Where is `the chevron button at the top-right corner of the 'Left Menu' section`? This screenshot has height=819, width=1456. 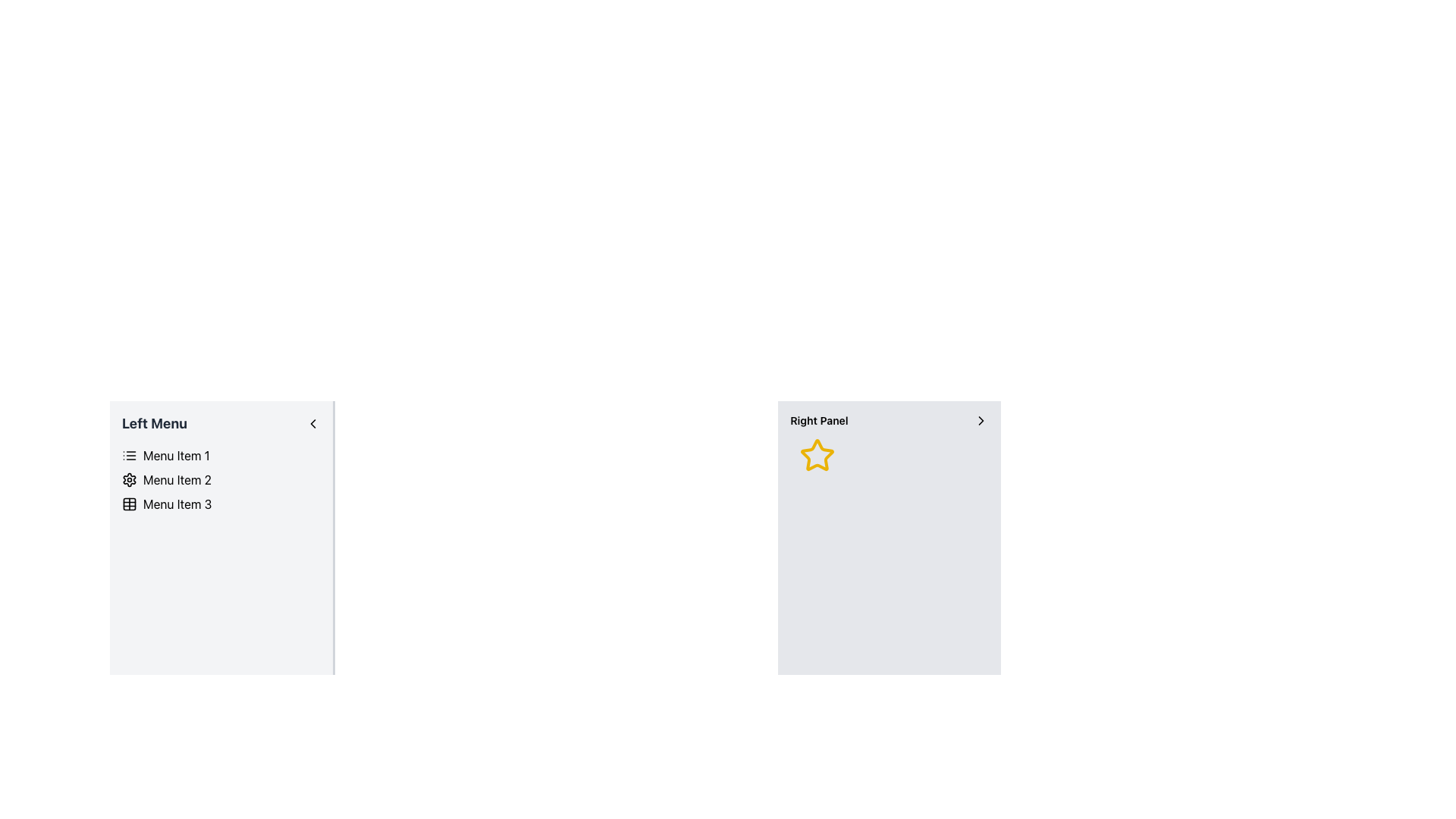
the chevron button at the top-right corner of the 'Left Menu' section is located at coordinates (312, 424).